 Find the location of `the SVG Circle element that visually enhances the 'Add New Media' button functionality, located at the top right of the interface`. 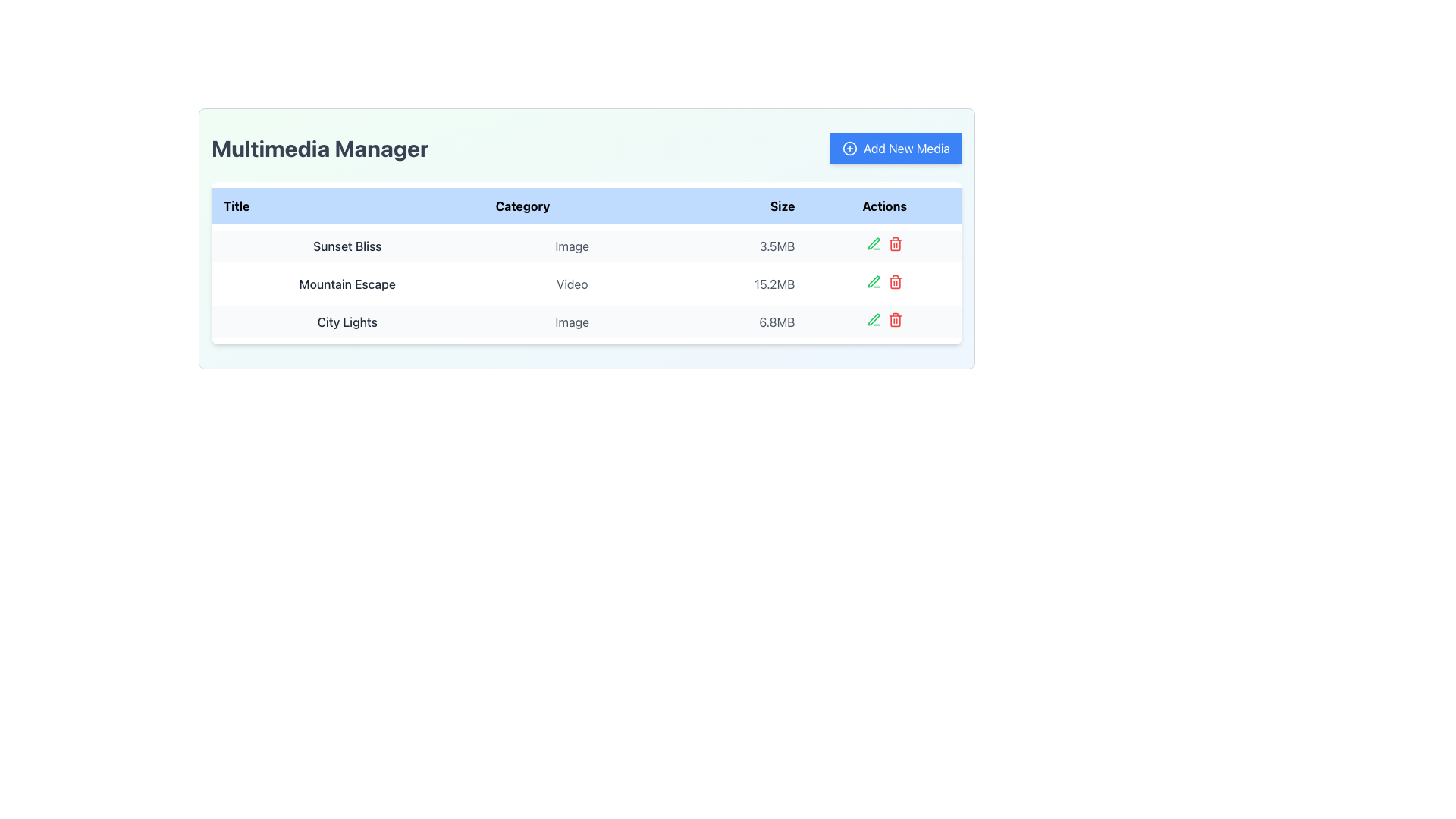

the SVG Circle element that visually enhances the 'Add New Media' button functionality, located at the top right of the interface is located at coordinates (849, 149).